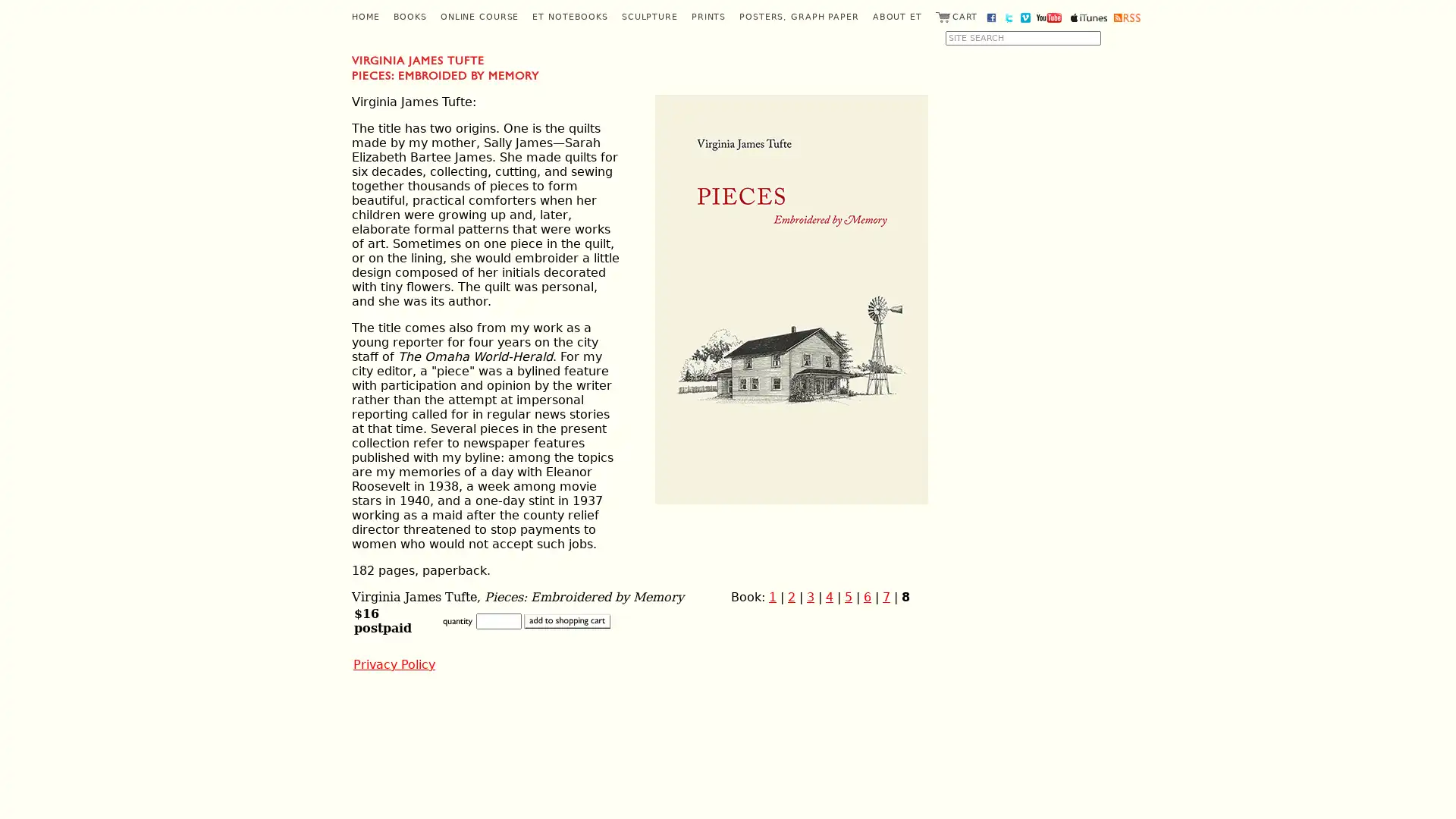 This screenshot has width=1456, height=819. Describe the element at coordinates (566, 620) in the screenshot. I see `add to shopping cart` at that location.